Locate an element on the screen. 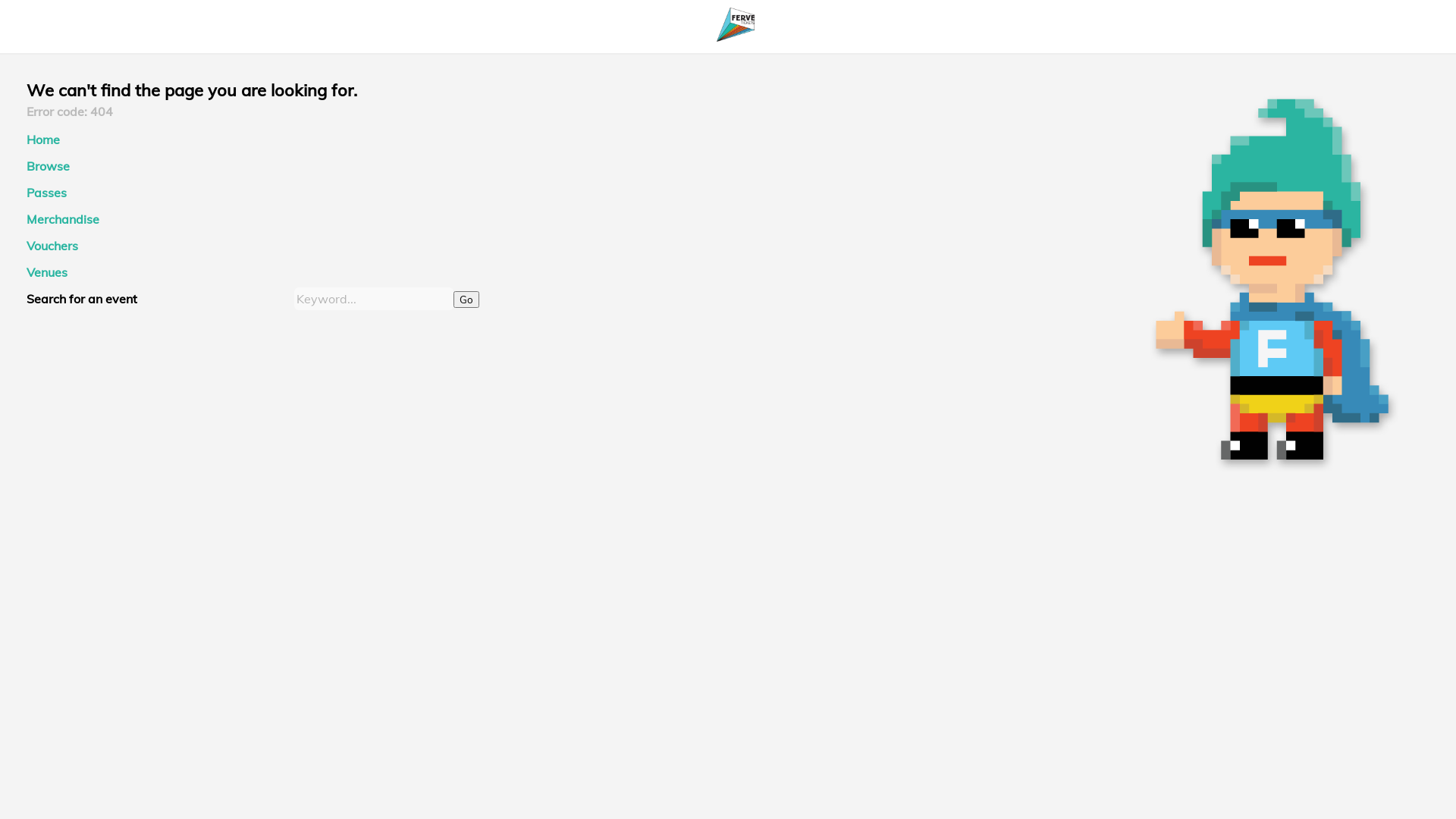 This screenshot has height=819, width=1456. 'Vouchers' is located at coordinates (52, 245).